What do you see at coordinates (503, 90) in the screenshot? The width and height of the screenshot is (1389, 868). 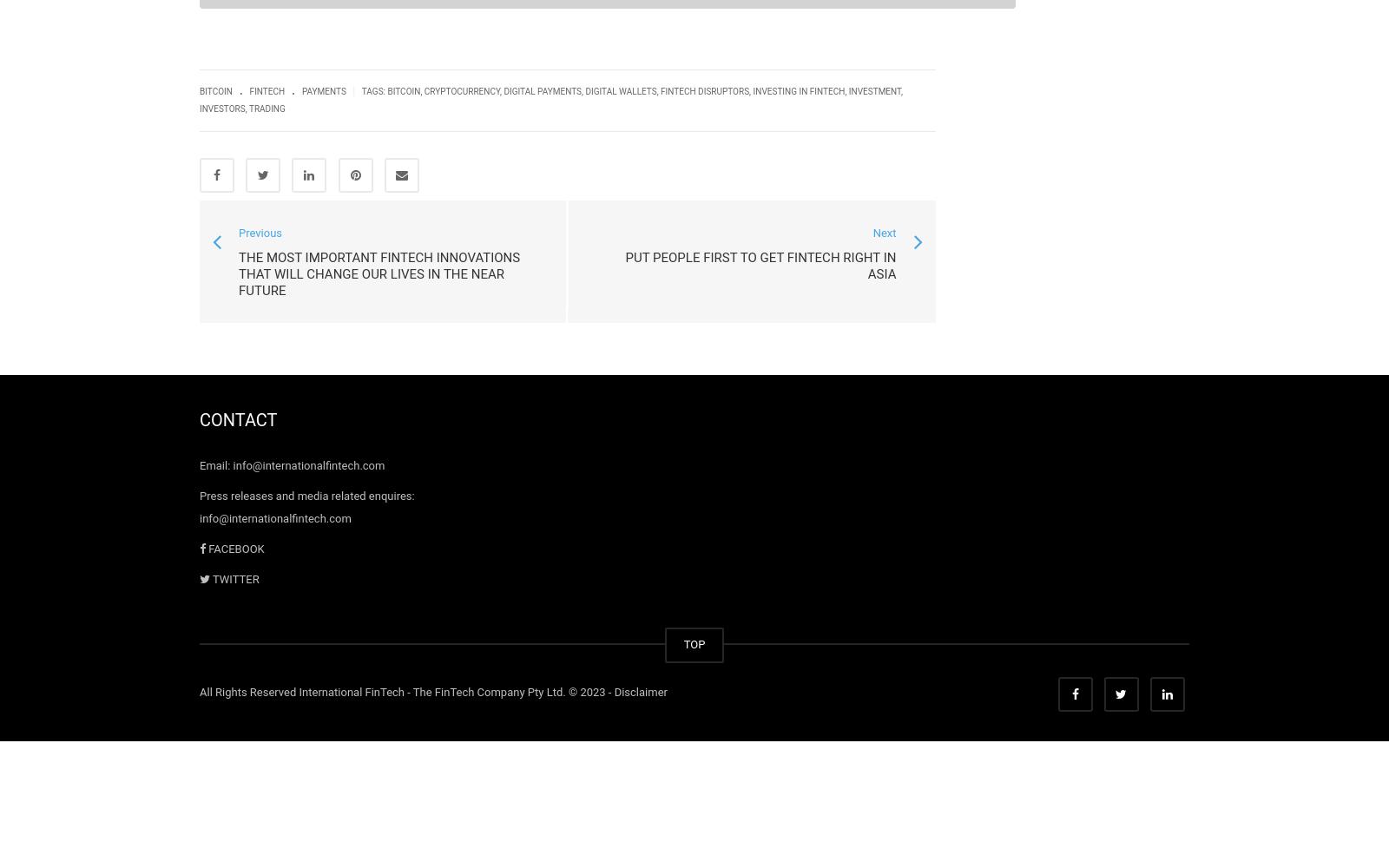 I see `'Digital Payments'` at bounding box center [503, 90].